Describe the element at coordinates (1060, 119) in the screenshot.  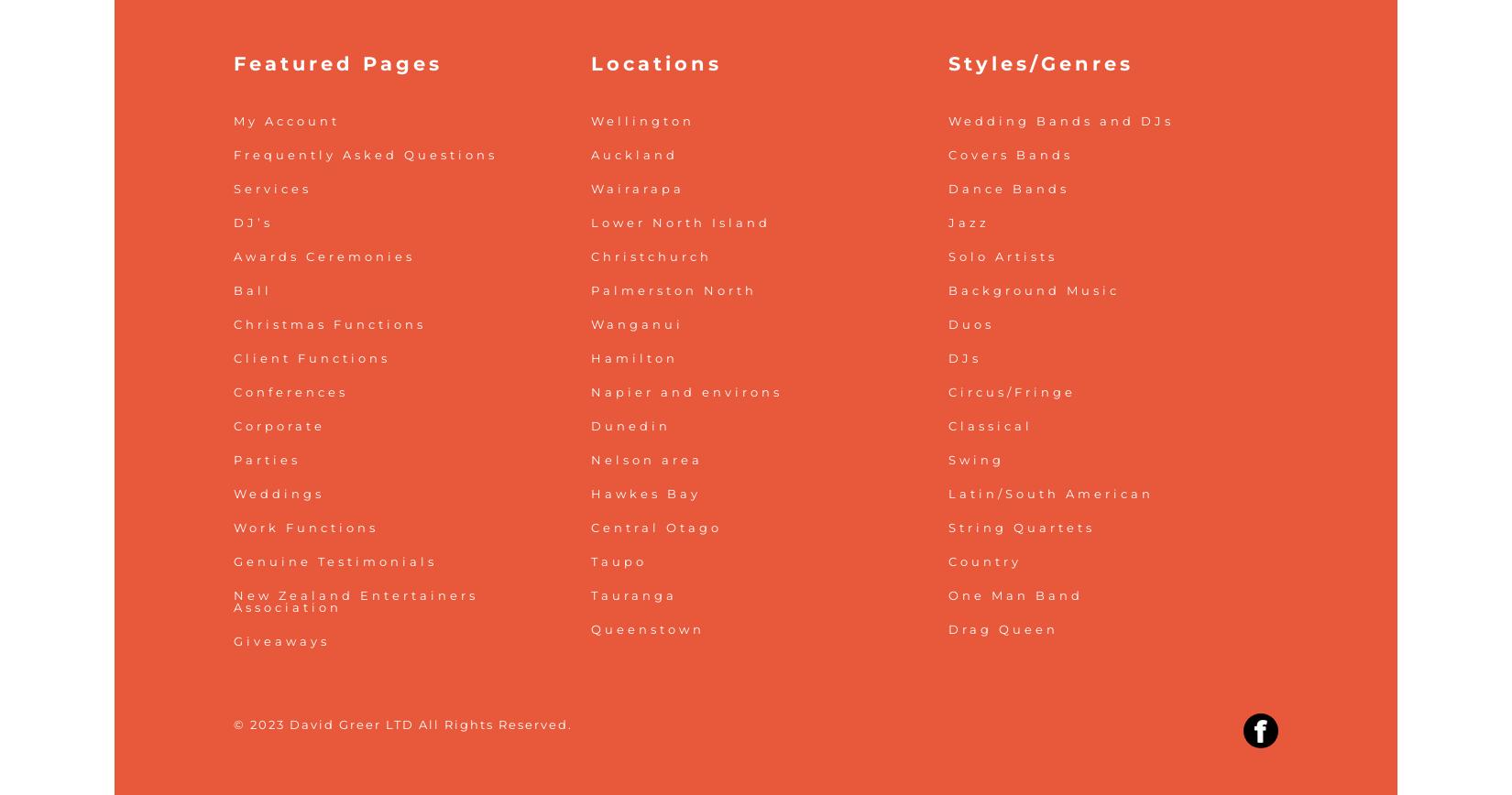
I see `'Wedding Bands and DJs'` at that location.